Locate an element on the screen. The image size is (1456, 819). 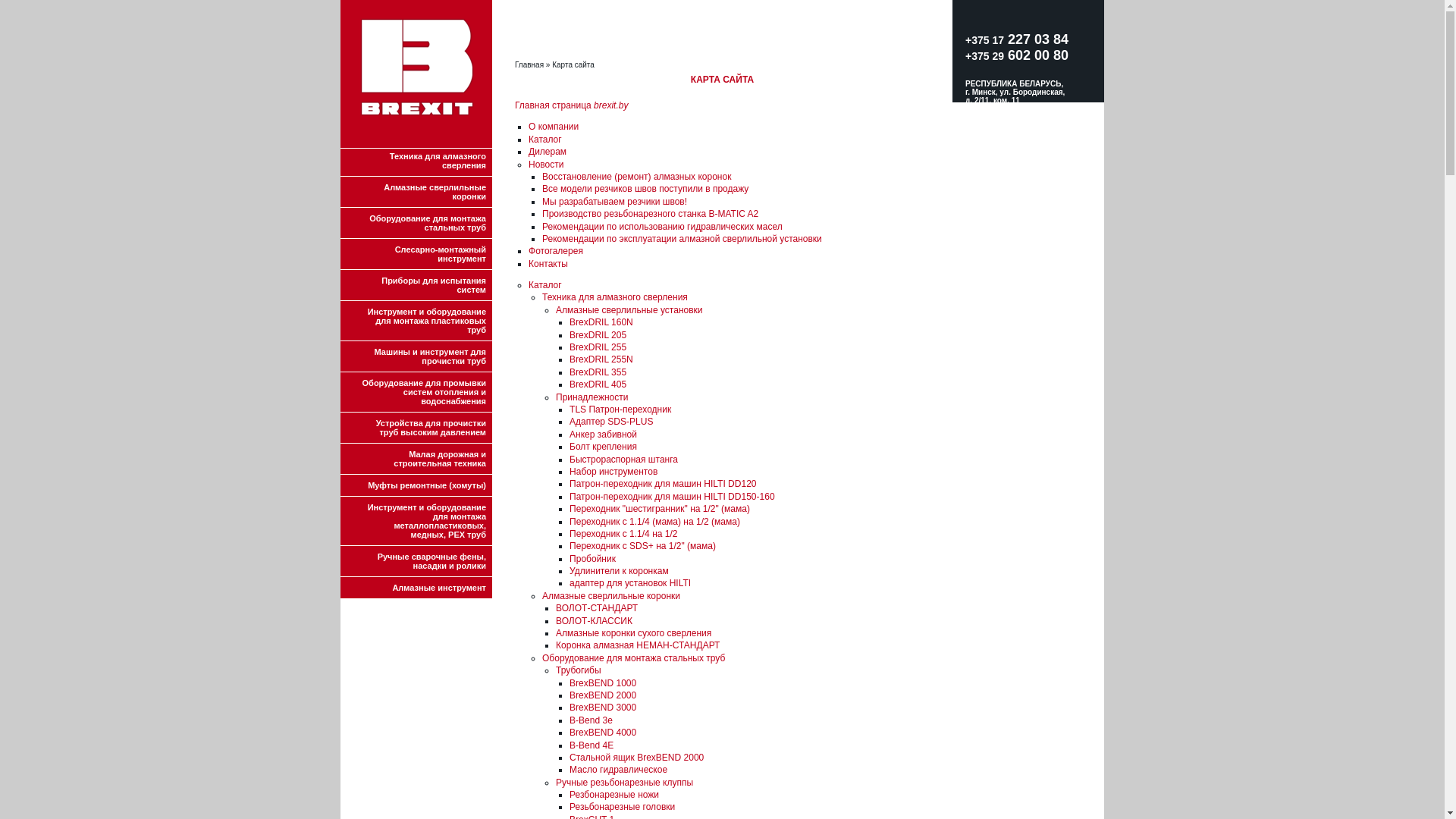
'+375 29 602 00 80' is located at coordinates (1016, 55).